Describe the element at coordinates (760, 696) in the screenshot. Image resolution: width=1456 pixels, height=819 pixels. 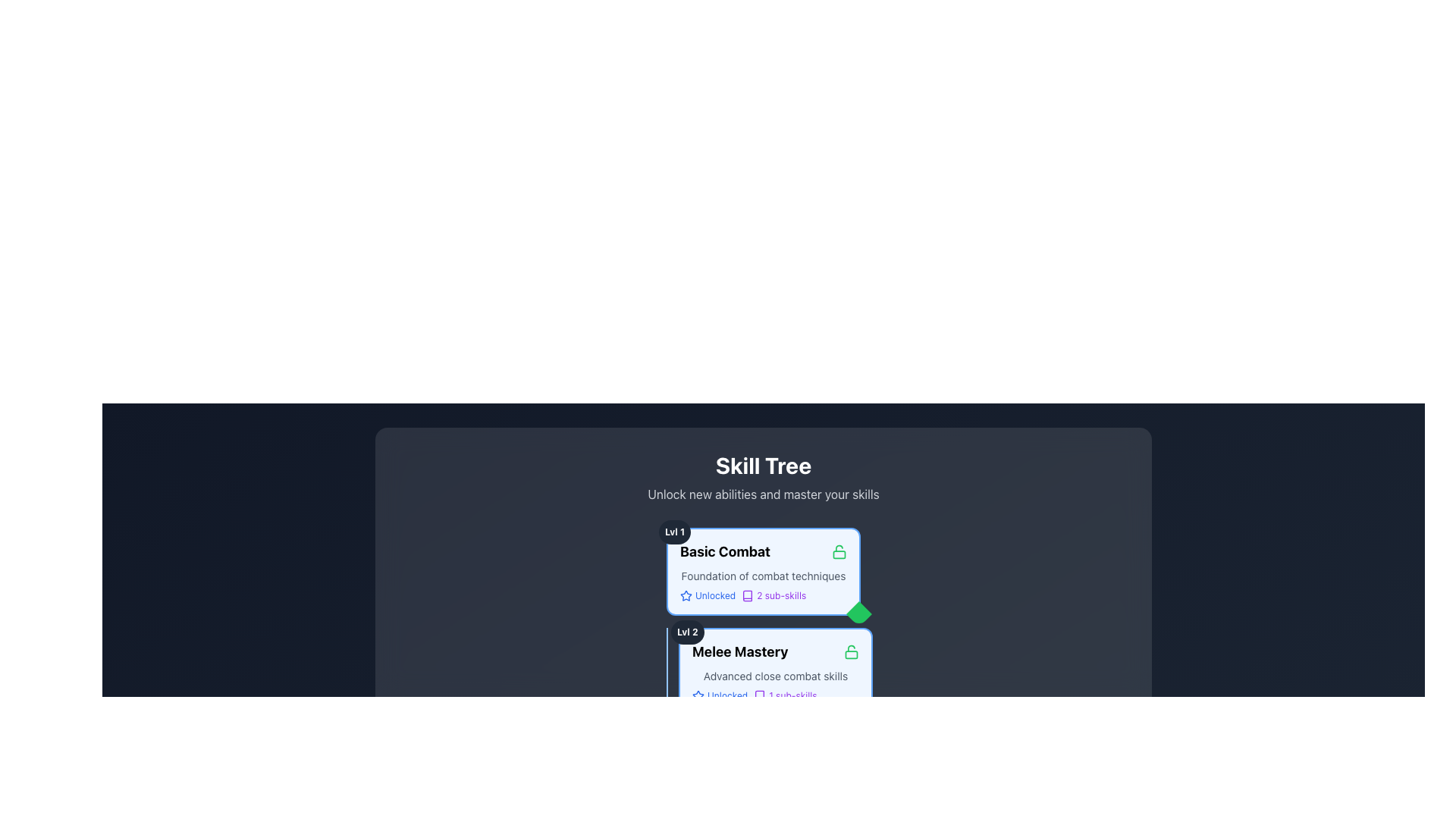
I see `the book icon within the SVG that is located in the bottom-right corner of the 'Melee Mastery' skill card` at that location.